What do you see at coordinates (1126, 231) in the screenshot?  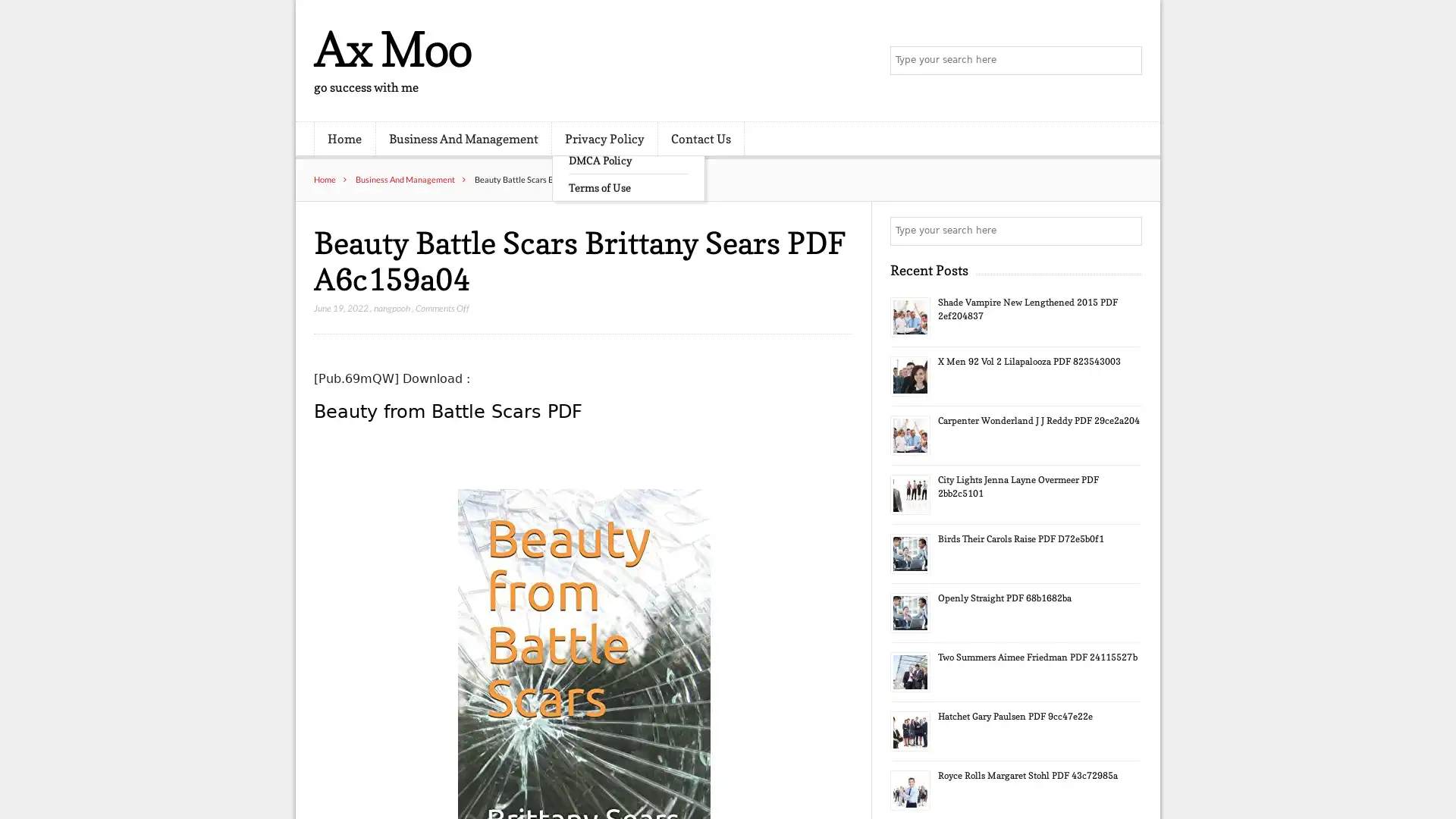 I see `Search` at bounding box center [1126, 231].